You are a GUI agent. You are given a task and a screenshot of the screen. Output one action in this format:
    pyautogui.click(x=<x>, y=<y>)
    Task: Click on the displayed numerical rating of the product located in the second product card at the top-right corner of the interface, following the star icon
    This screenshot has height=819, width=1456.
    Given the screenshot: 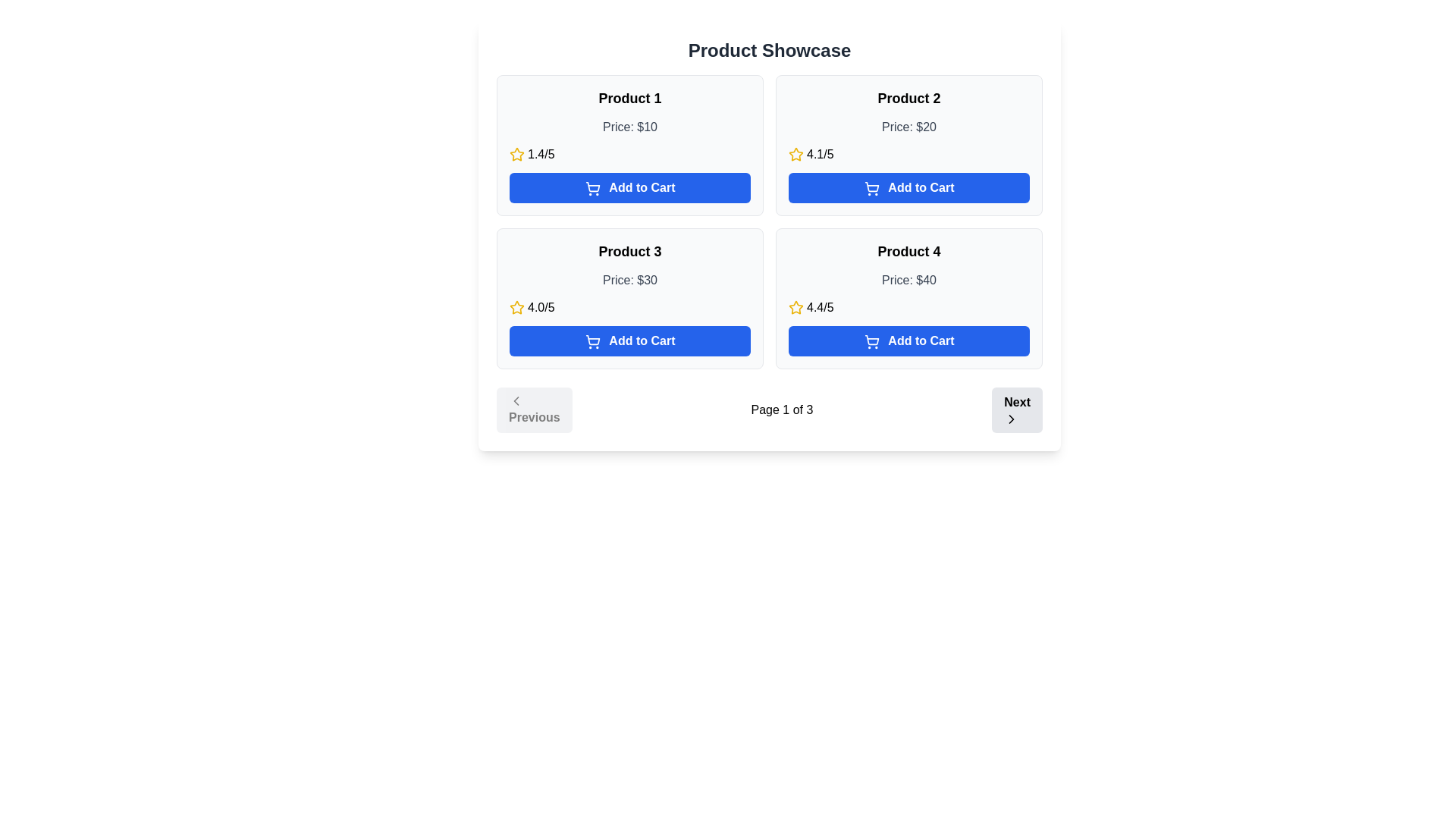 What is the action you would take?
    pyautogui.click(x=819, y=155)
    